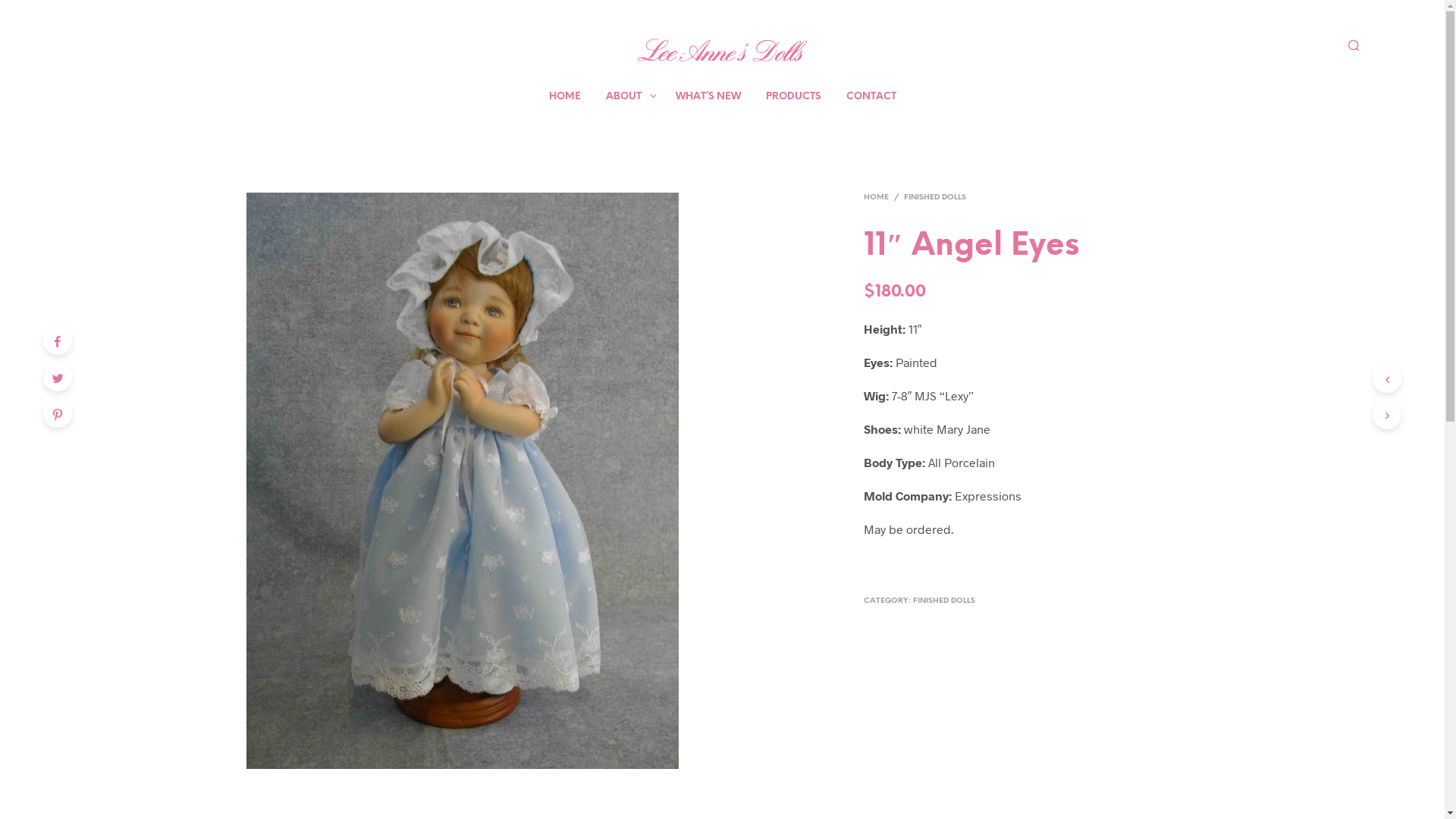 The width and height of the screenshot is (1456, 819). Describe the element at coordinates (623, 96) in the screenshot. I see `'ABOUT'` at that location.